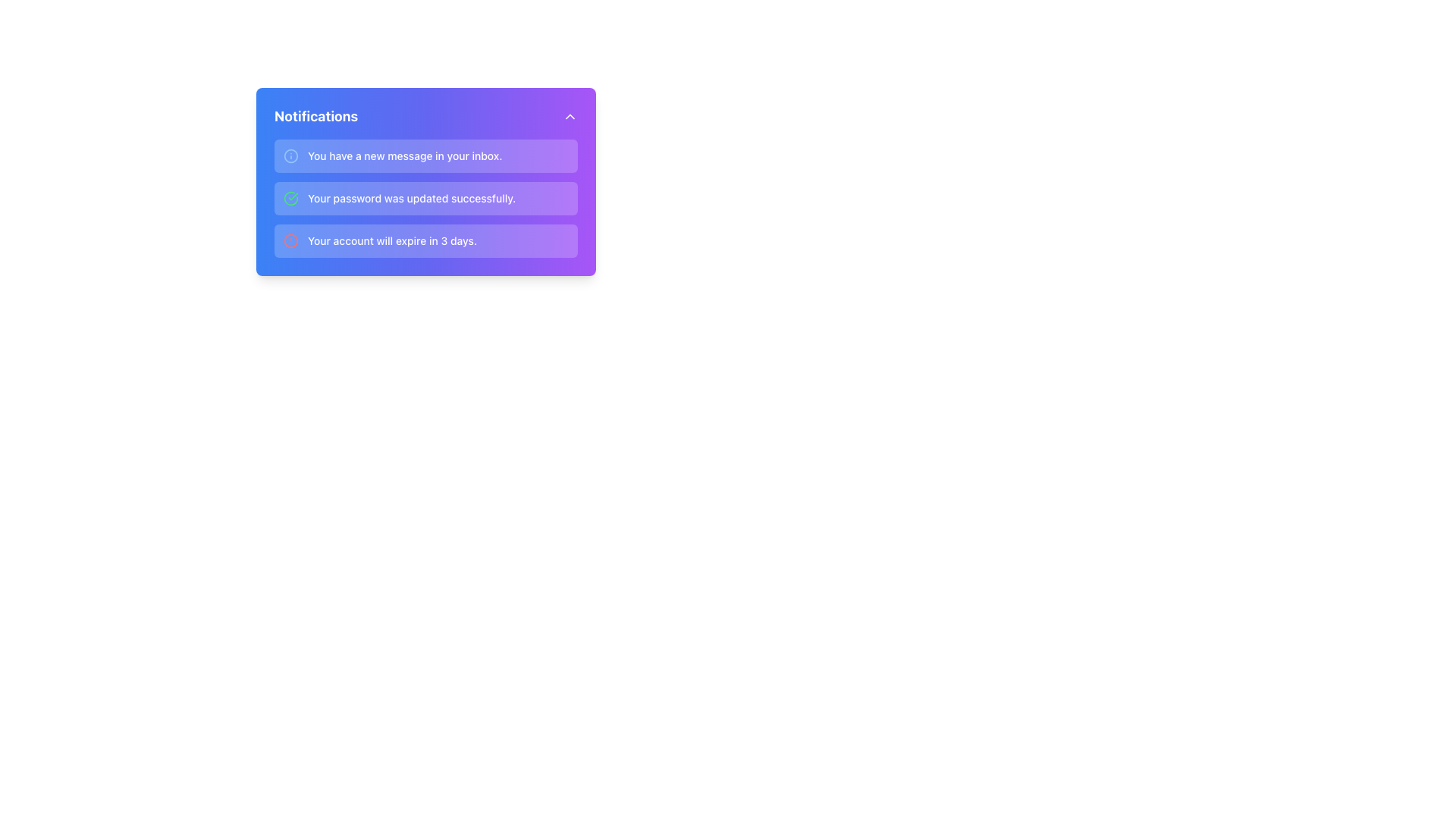 This screenshot has height=819, width=1456. I want to click on the second notification block indicating the successful update of the user's password, located towards the center-right edge of the layout, so click(425, 198).